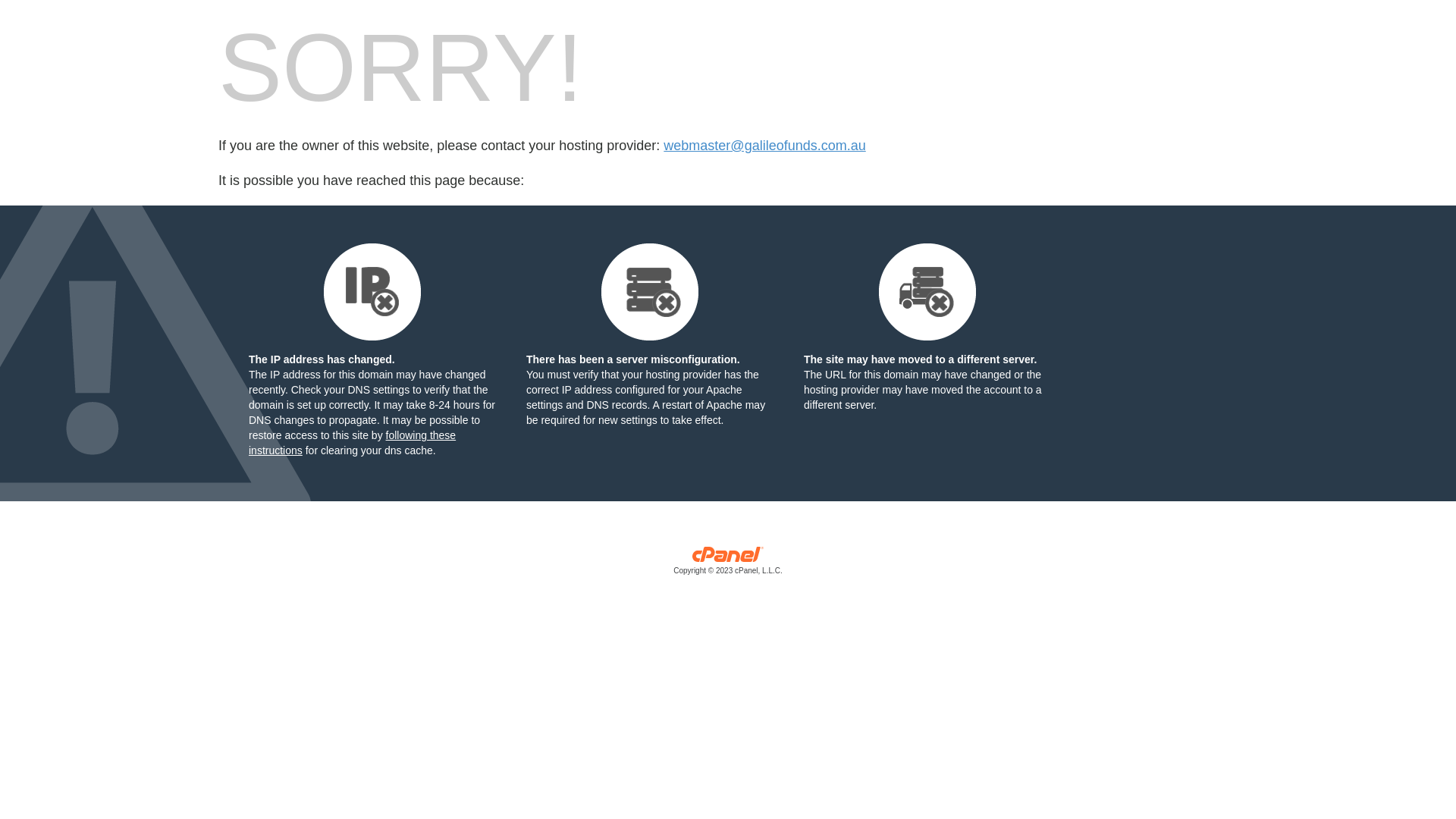 This screenshot has height=819, width=1456. Describe the element at coordinates (351, 442) in the screenshot. I see `'following these instructions'` at that location.